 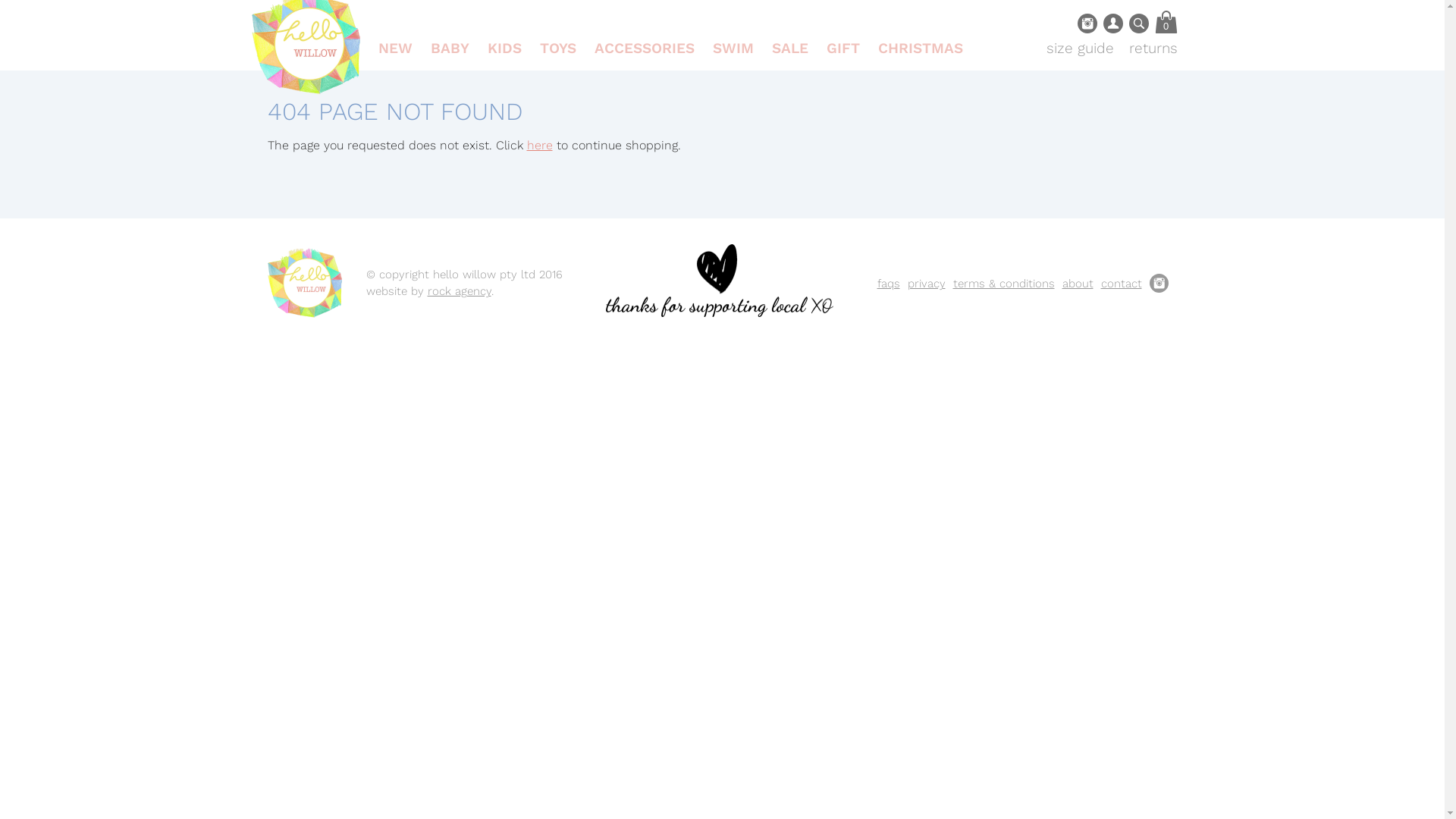 I want to click on 'terms & conditions', so click(x=1003, y=284).